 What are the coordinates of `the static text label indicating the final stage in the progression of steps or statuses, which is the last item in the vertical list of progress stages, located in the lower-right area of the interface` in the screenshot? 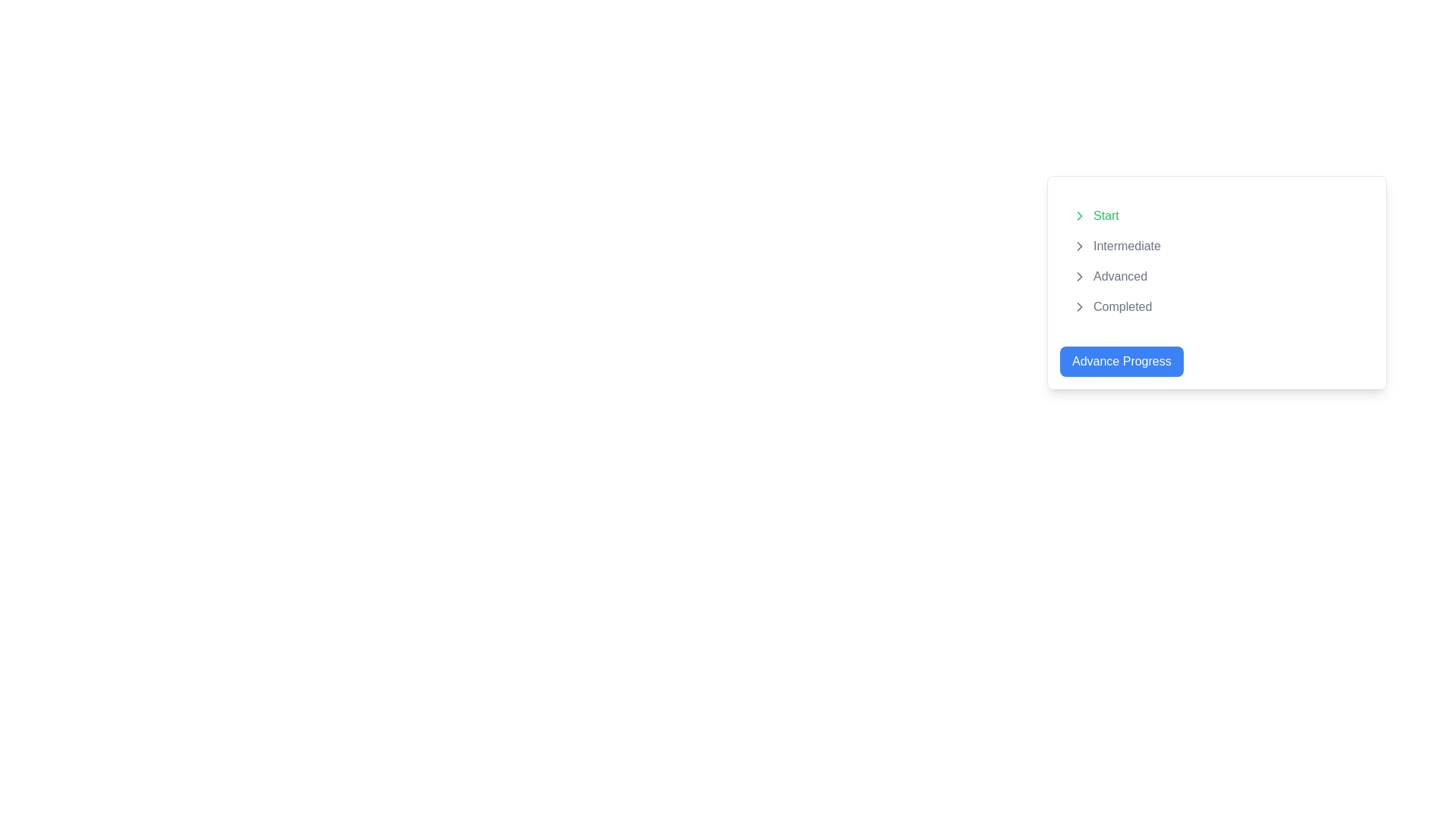 It's located at (1122, 307).